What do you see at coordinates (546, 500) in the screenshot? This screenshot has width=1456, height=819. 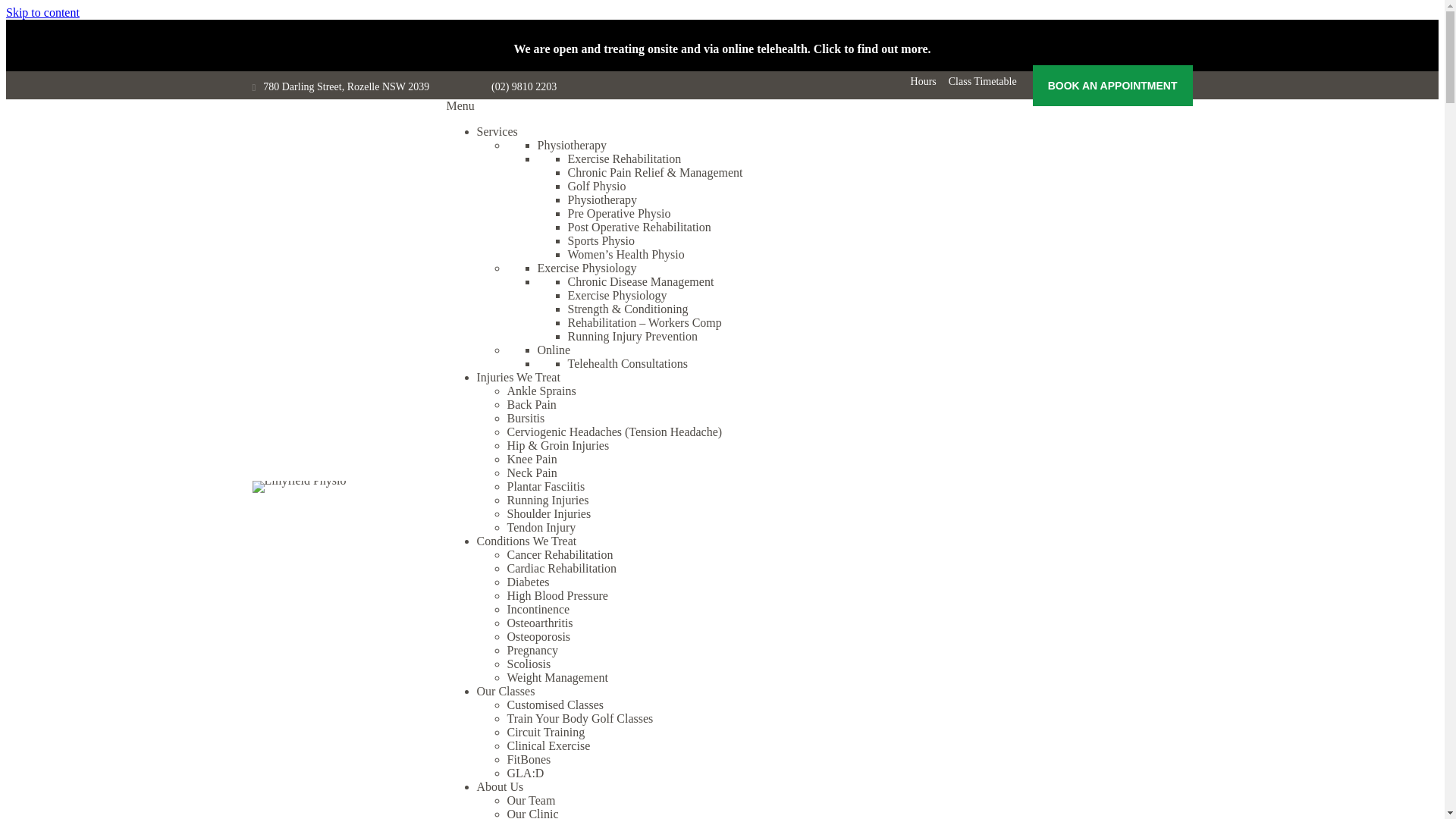 I see `'Running Injuries'` at bounding box center [546, 500].